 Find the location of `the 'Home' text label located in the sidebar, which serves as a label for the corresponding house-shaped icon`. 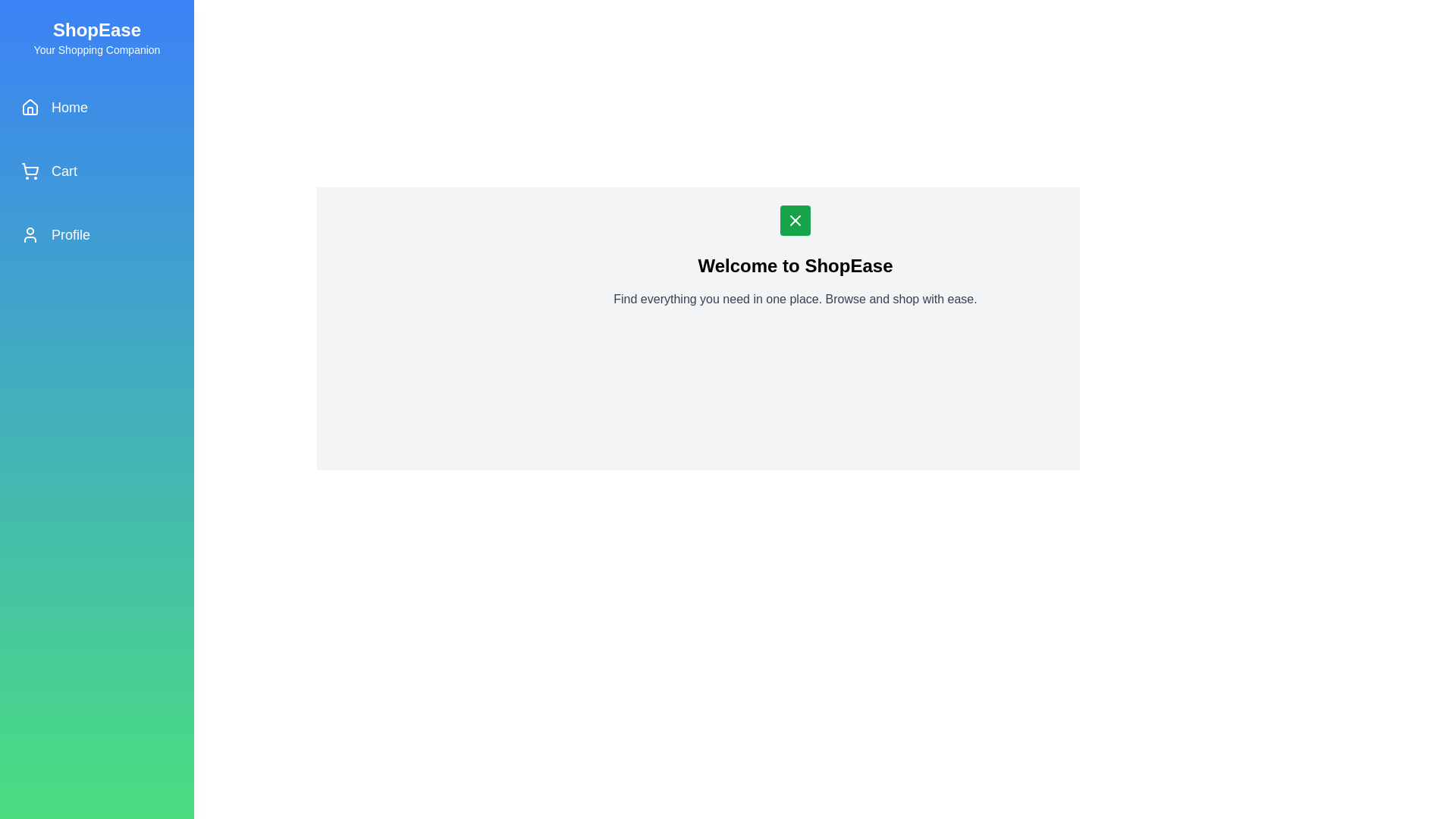

the 'Home' text label located in the sidebar, which serves as a label for the corresponding house-shaped icon is located at coordinates (68, 107).